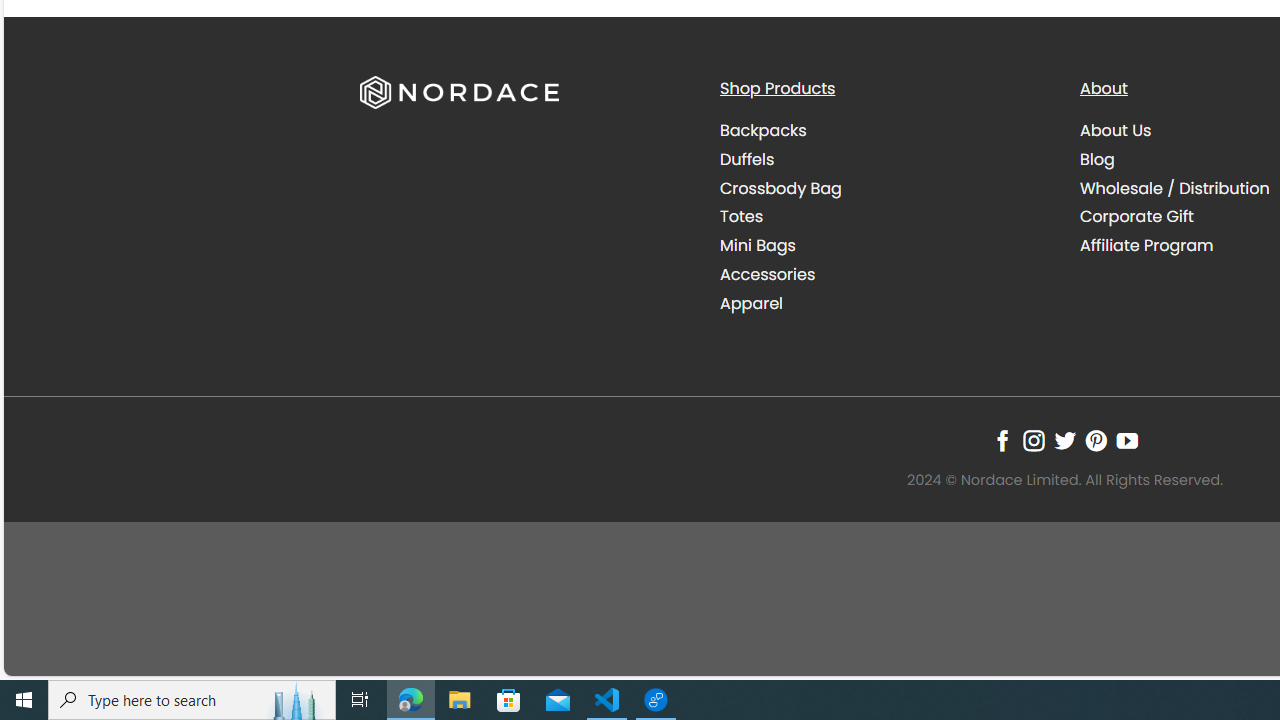 The image size is (1280, 720). Describe the element at coordinates (767, 273) in the screenshot. I see `'Accessories'` at that location.